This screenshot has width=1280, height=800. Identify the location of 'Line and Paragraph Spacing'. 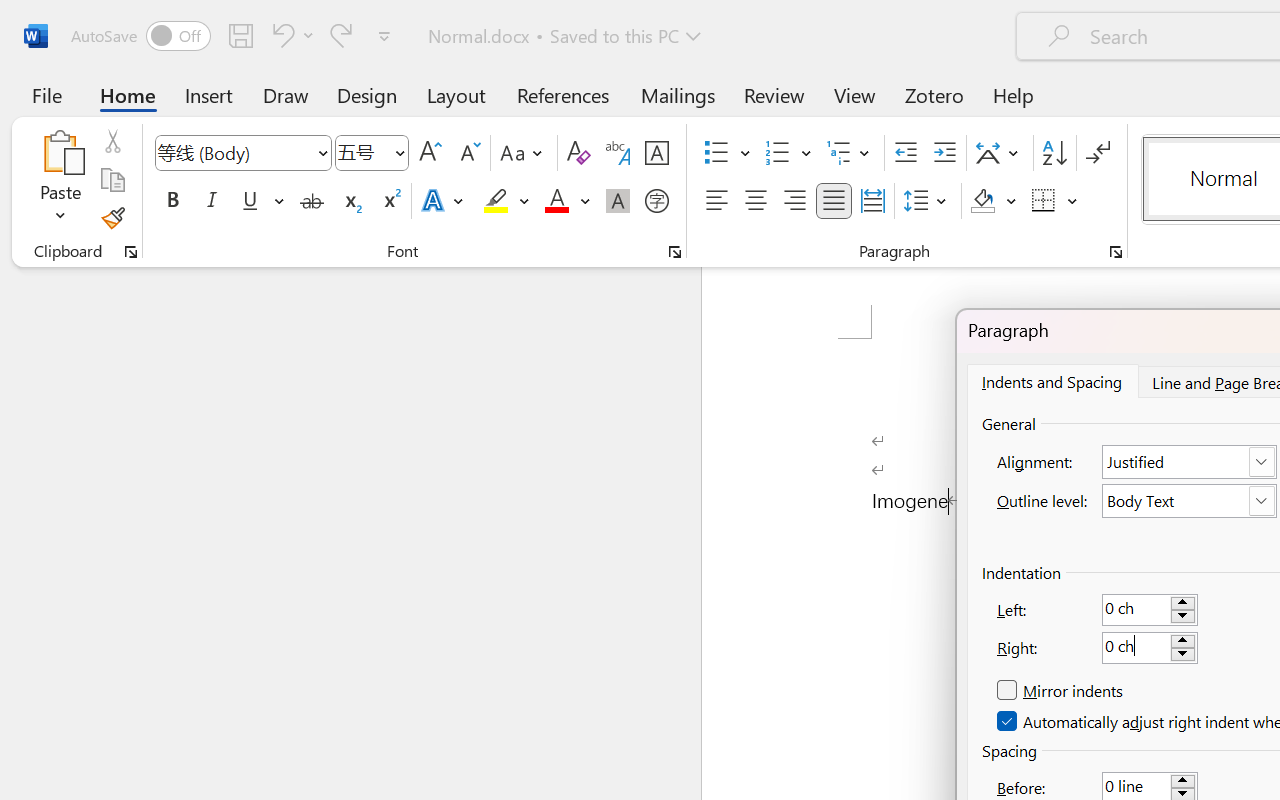
(927, 201).